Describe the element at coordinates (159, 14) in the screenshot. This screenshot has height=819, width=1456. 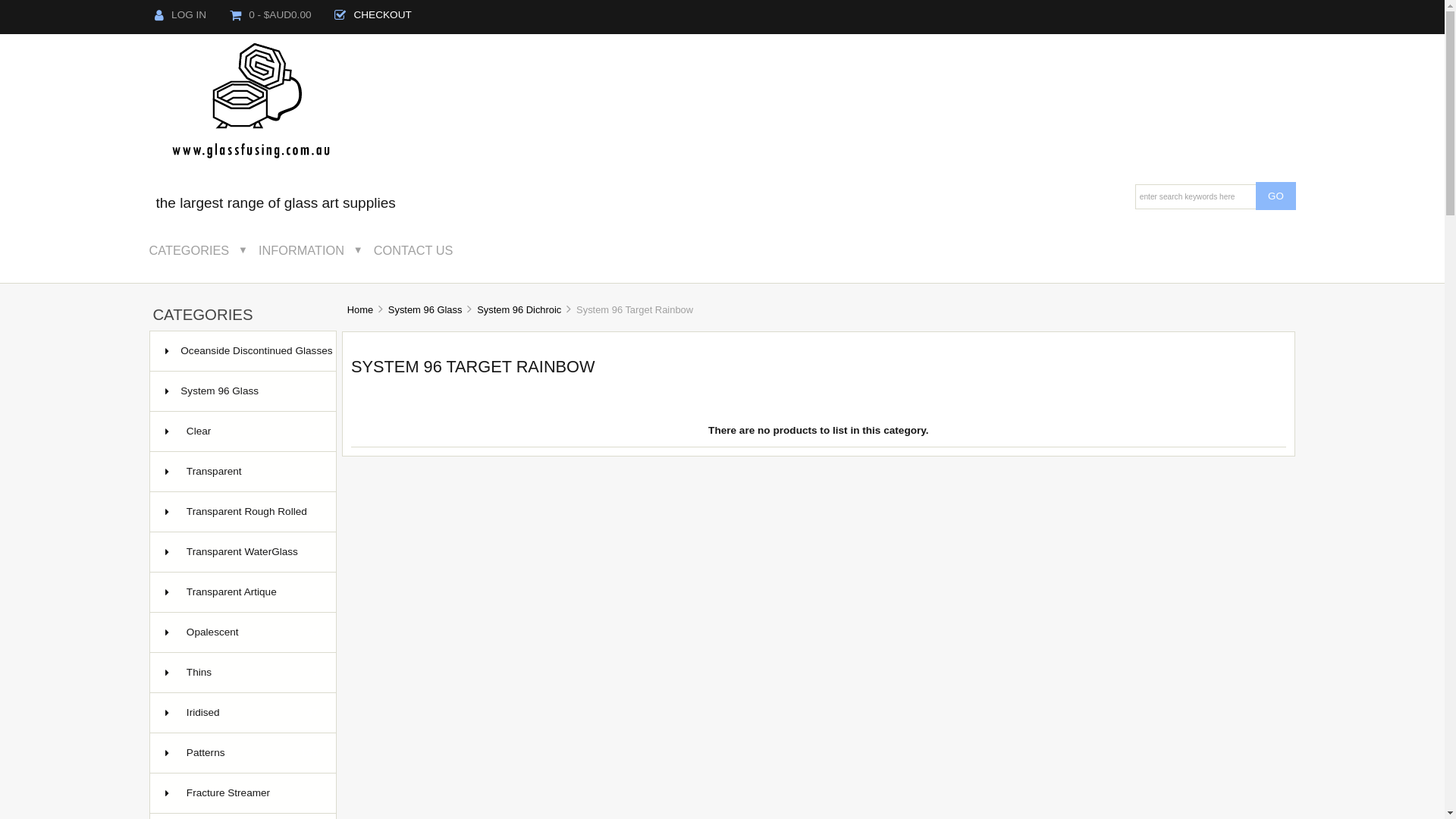
I see `'Login'` at that location.